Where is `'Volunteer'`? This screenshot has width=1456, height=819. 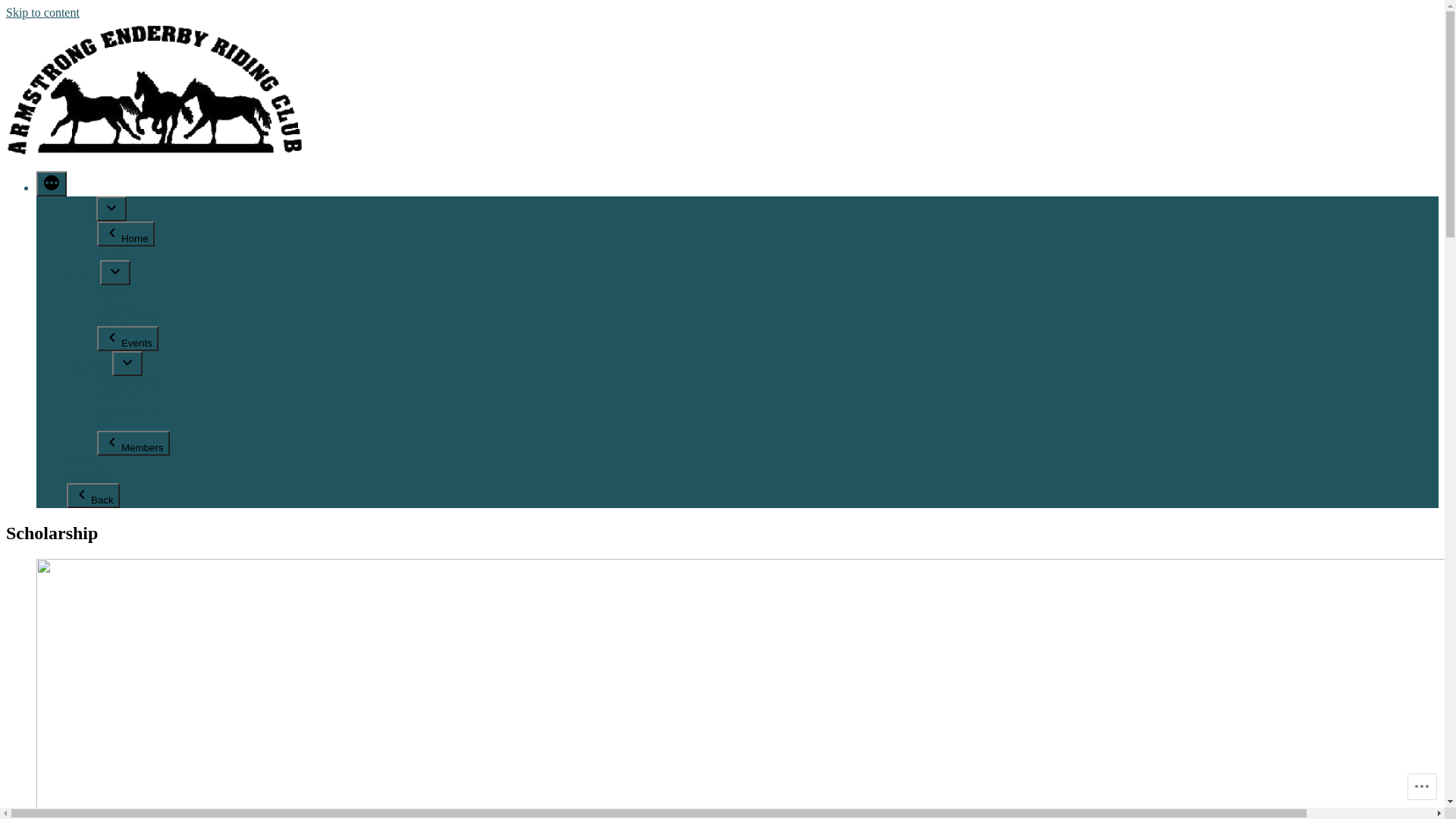
'Volunteer' is located at coordinates (119, 423).